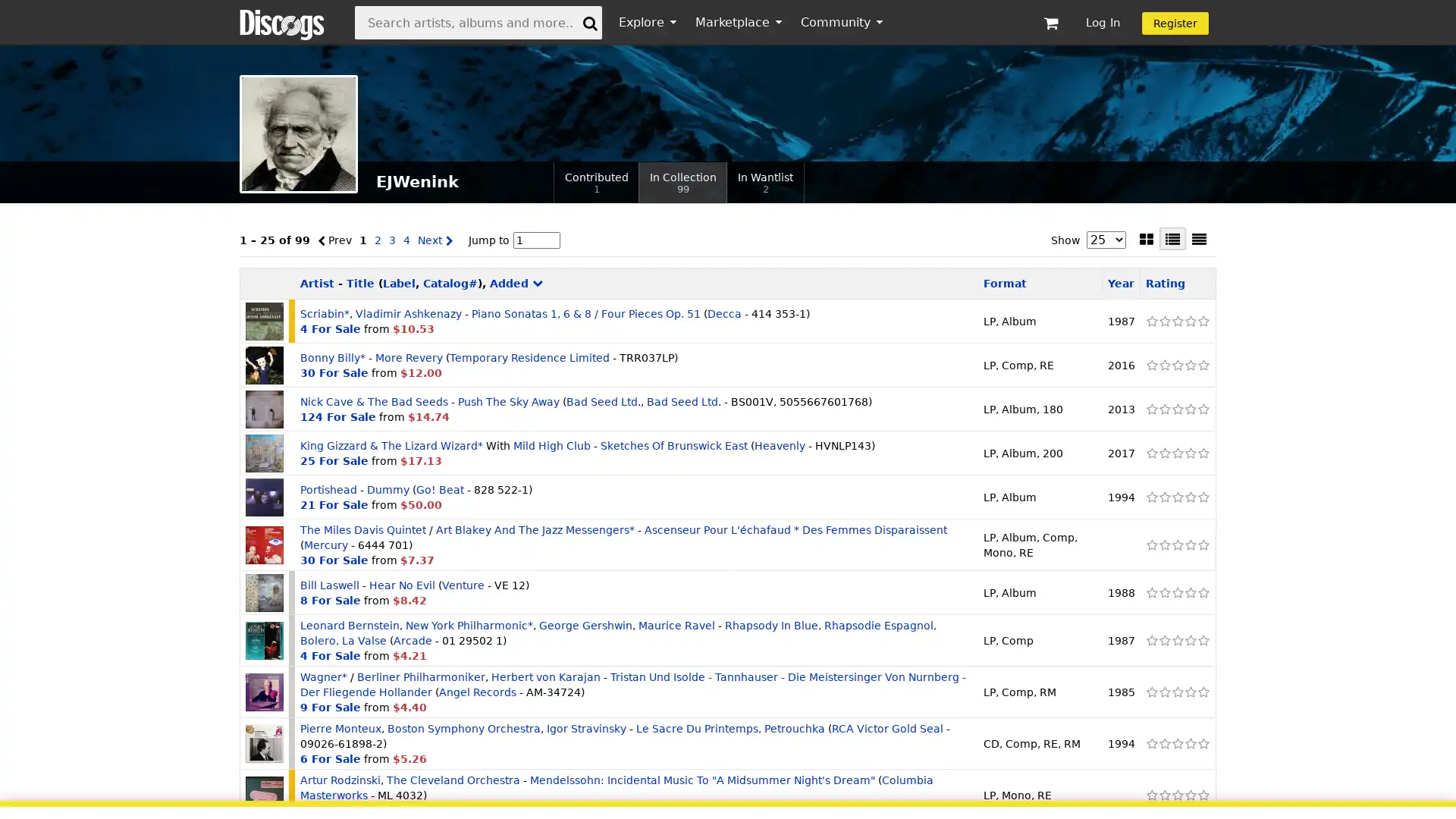 The width and height of the screenshot is (1456, 819). I want to click on Rate this release 2 stars., so click(1163, 497).